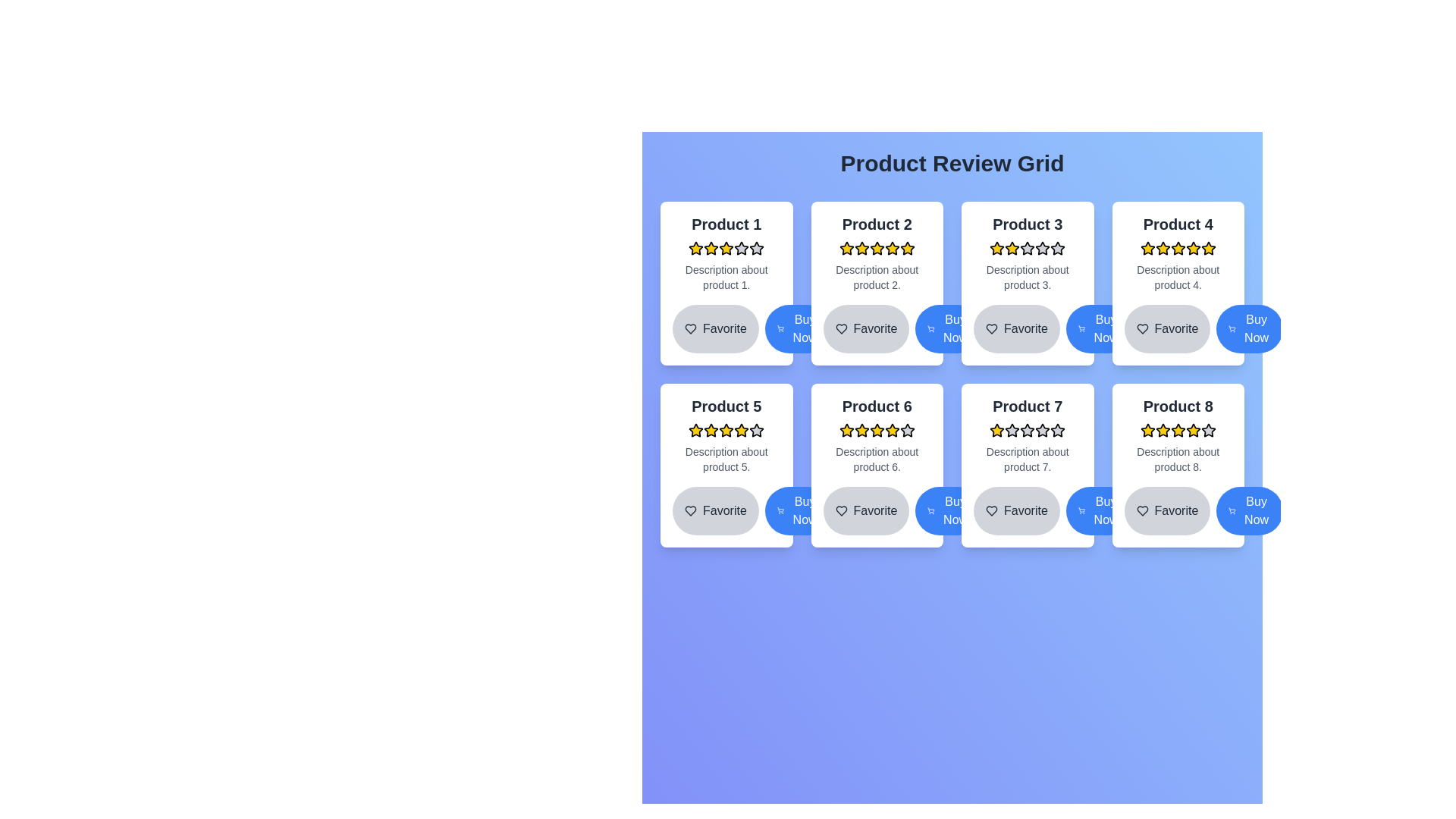  Describe the element at coordinates (948, 328) in the screenshot. I see `the purchase button for Product 3, which is the second button in a horizontal alignment below the product card` at that location.